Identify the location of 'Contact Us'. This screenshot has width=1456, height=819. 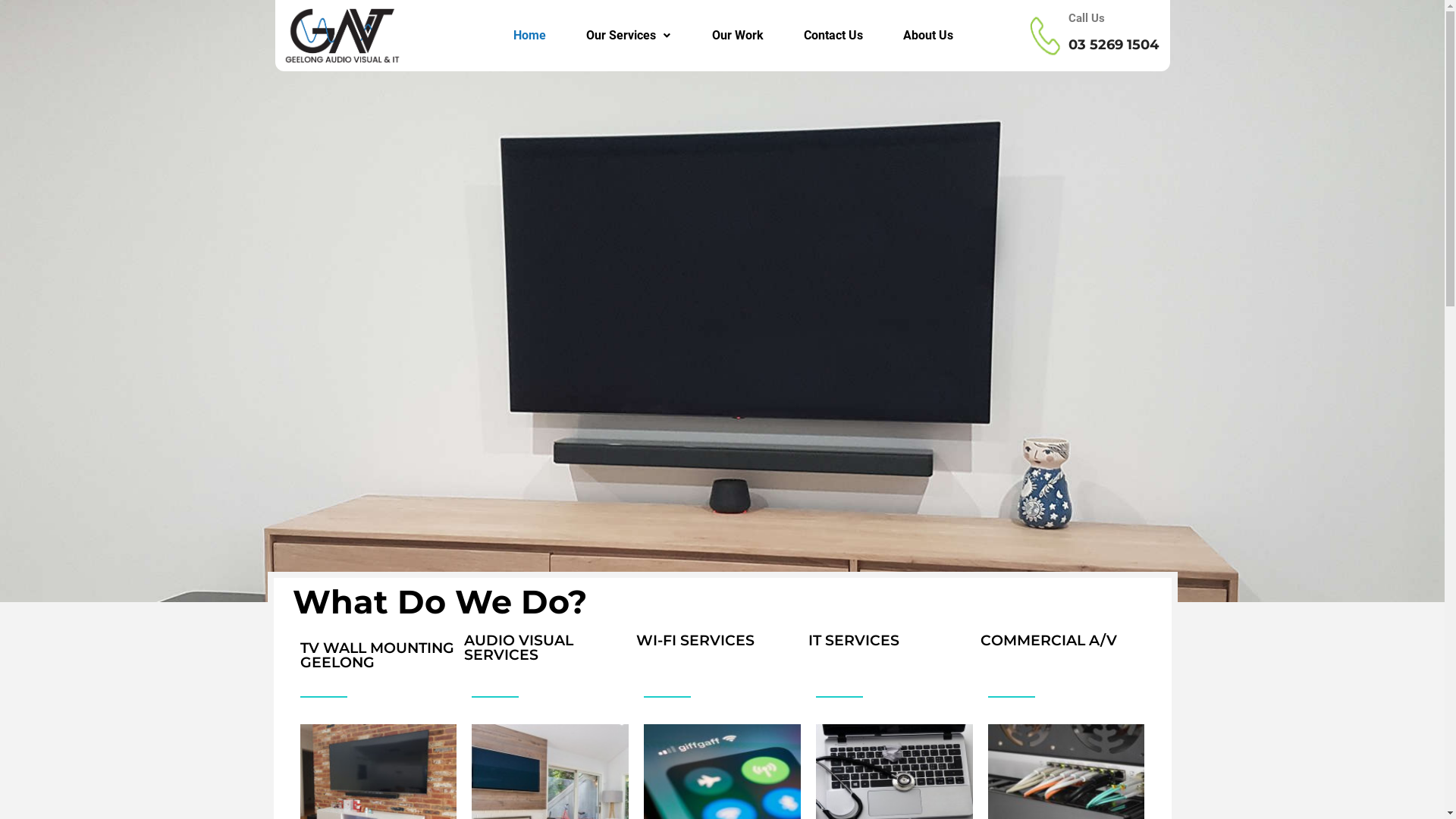
(833, 34).